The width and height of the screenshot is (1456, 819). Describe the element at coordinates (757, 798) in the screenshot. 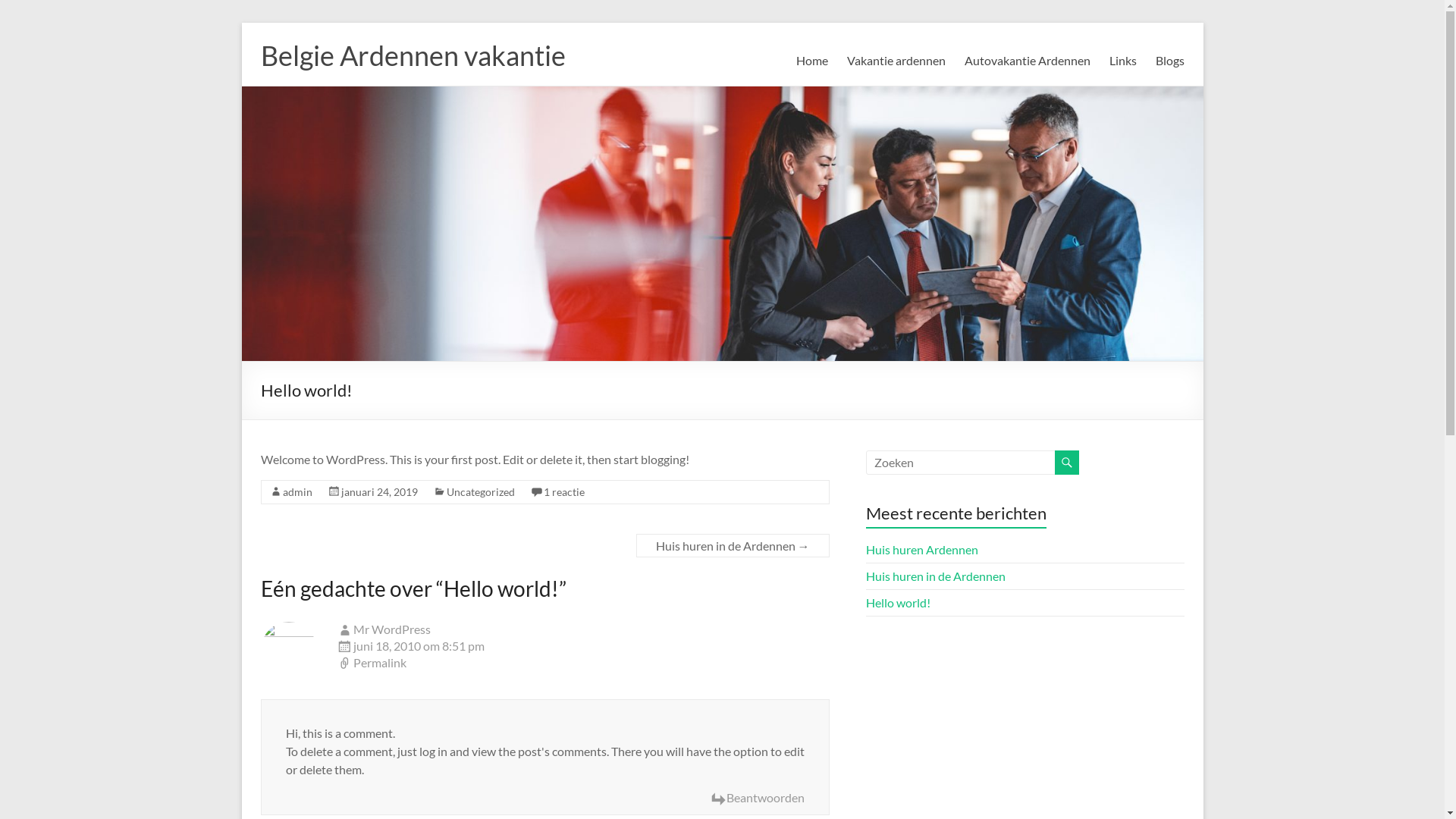

I see `'Beantwoorden'` at that location.